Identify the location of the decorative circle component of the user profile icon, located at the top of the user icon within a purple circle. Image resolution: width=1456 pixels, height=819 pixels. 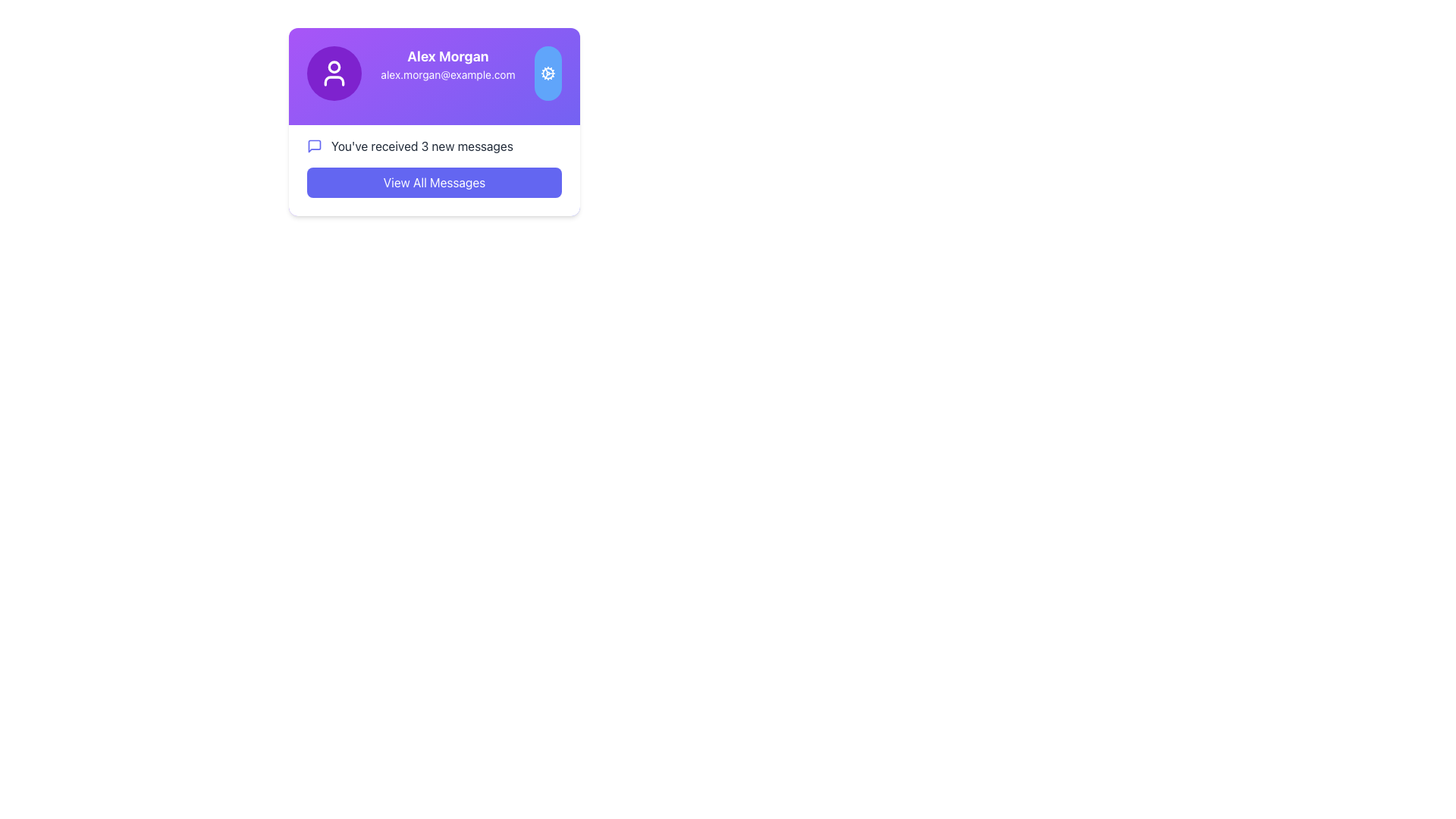
(334, 66).